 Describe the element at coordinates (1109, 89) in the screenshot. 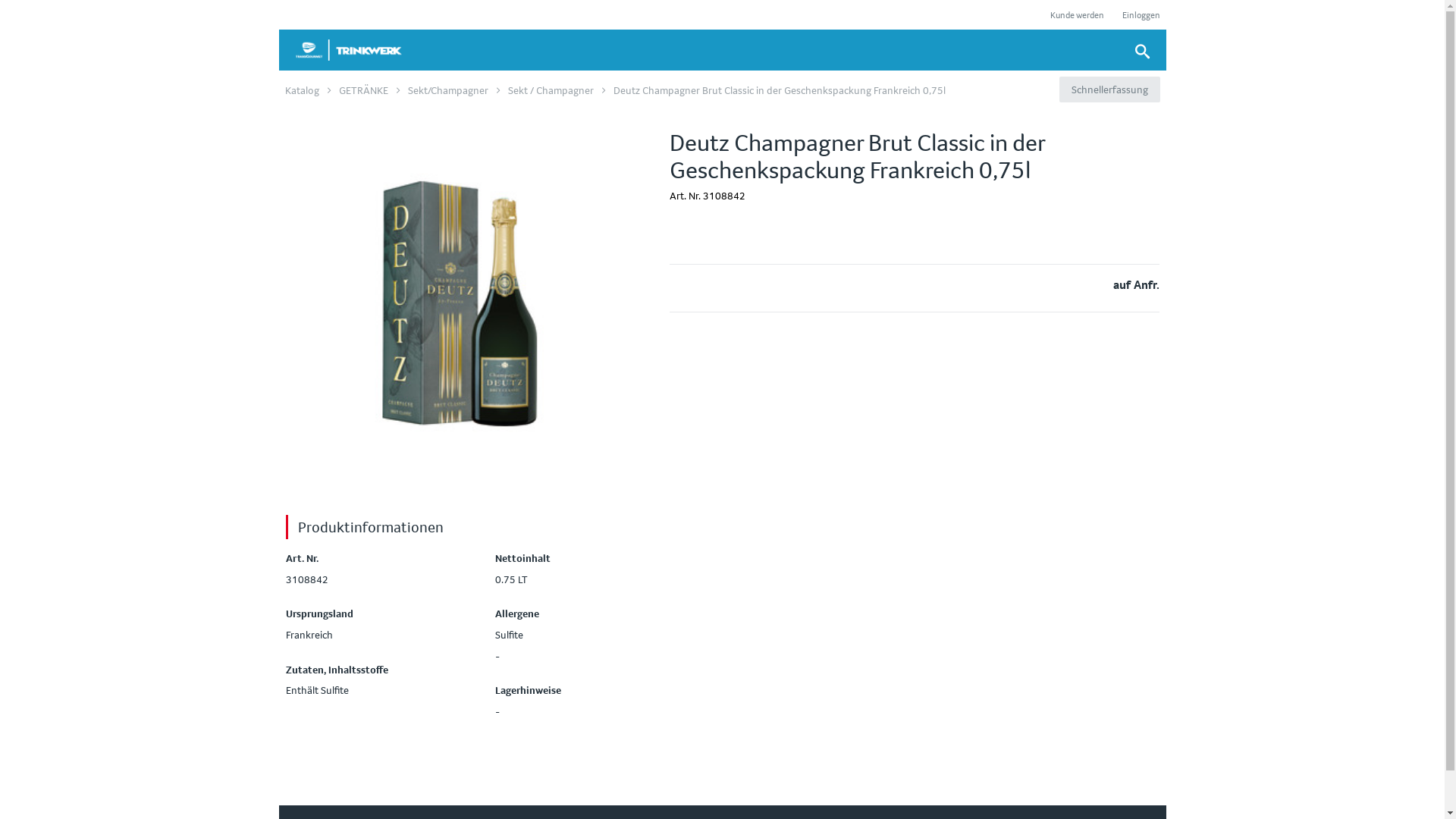

I see `'Schnellerfassung'` at that location.